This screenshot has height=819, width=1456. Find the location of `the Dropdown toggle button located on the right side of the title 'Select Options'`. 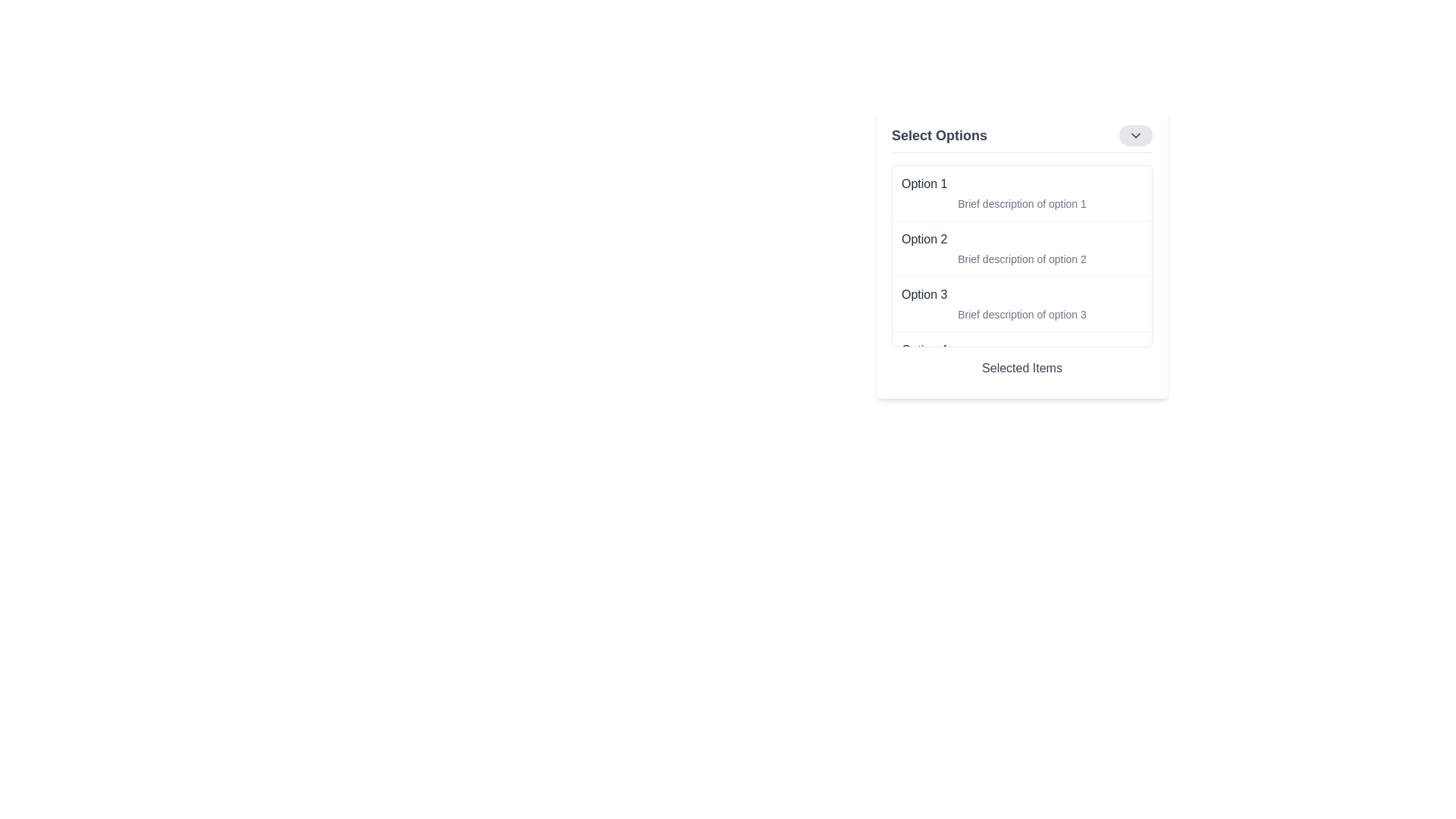

the Dropdown toggle button located on the right side of the title 'Select Options' is located at coordinates (1135, 134).